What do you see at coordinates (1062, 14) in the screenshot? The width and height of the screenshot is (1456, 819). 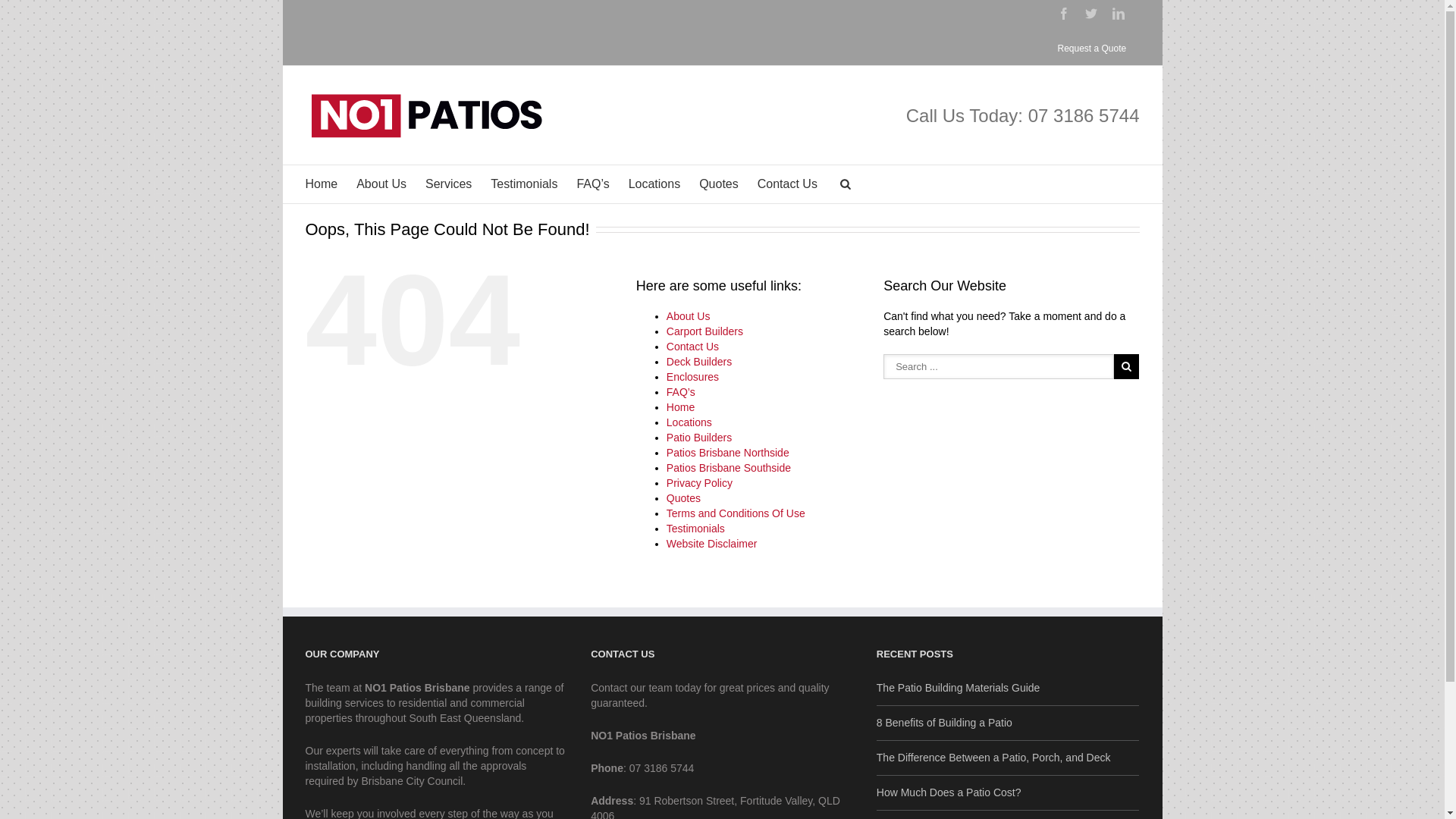 I see `'Facebook'` at bounding box center [1062, 14].